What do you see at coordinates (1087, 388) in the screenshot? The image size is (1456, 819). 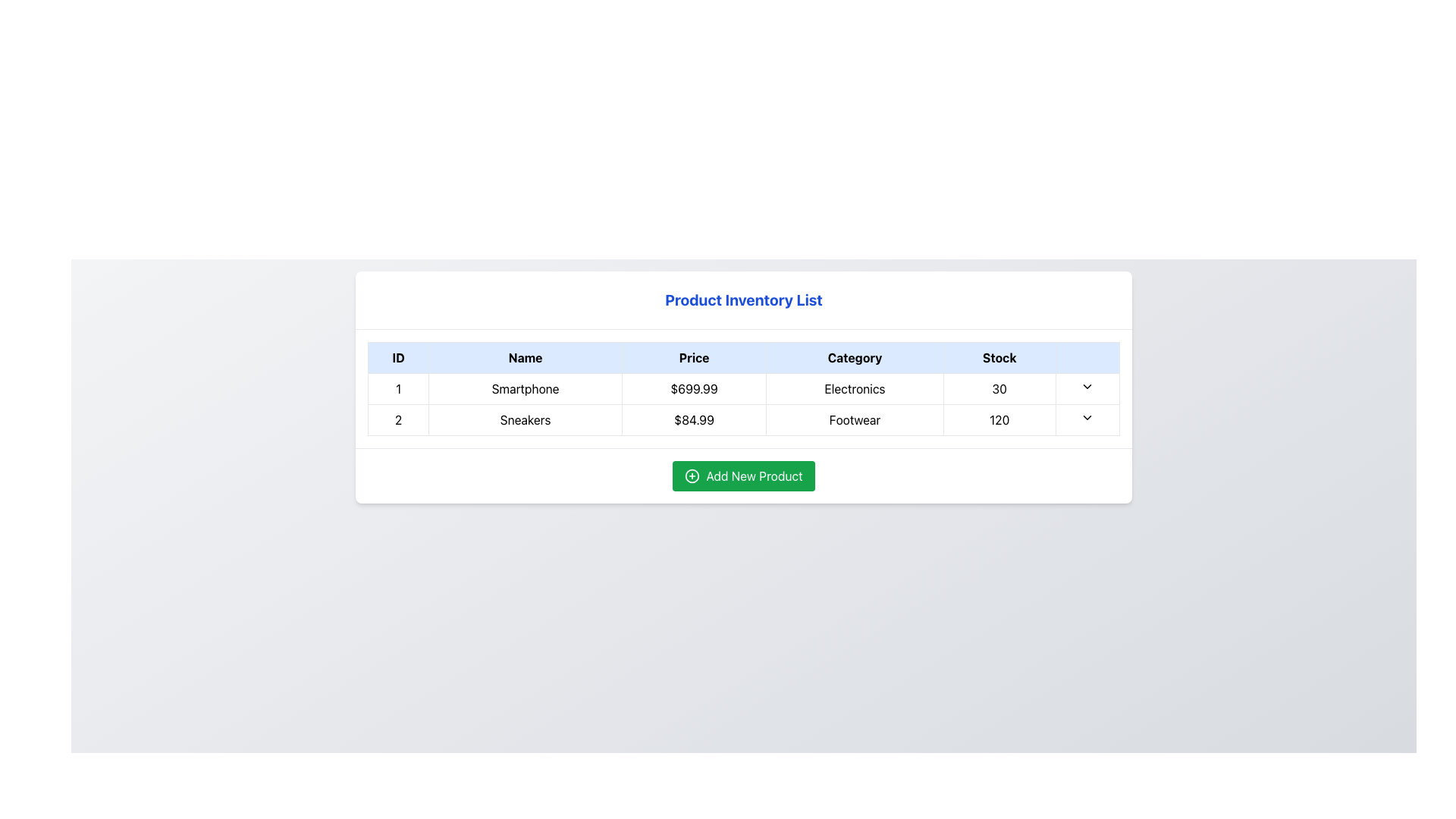 I see `the dropdown arrow icon located in the rightmost column of the table row associated with the product 'Smartphone'` at bounding box center [1087, 388].